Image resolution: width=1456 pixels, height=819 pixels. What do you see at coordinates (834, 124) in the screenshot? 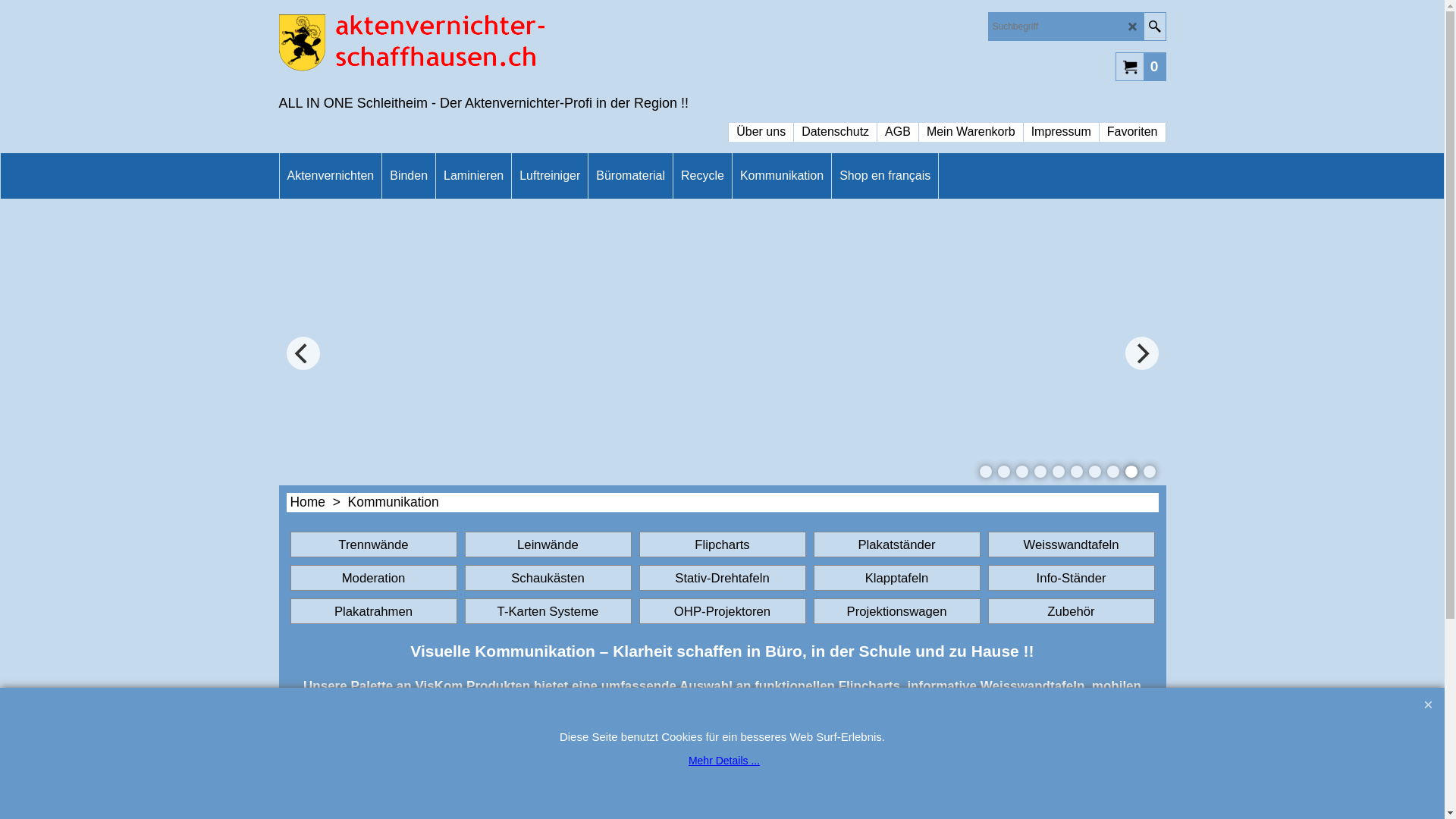
I see `'Datenschutz'` at bounding box center [834, 124].